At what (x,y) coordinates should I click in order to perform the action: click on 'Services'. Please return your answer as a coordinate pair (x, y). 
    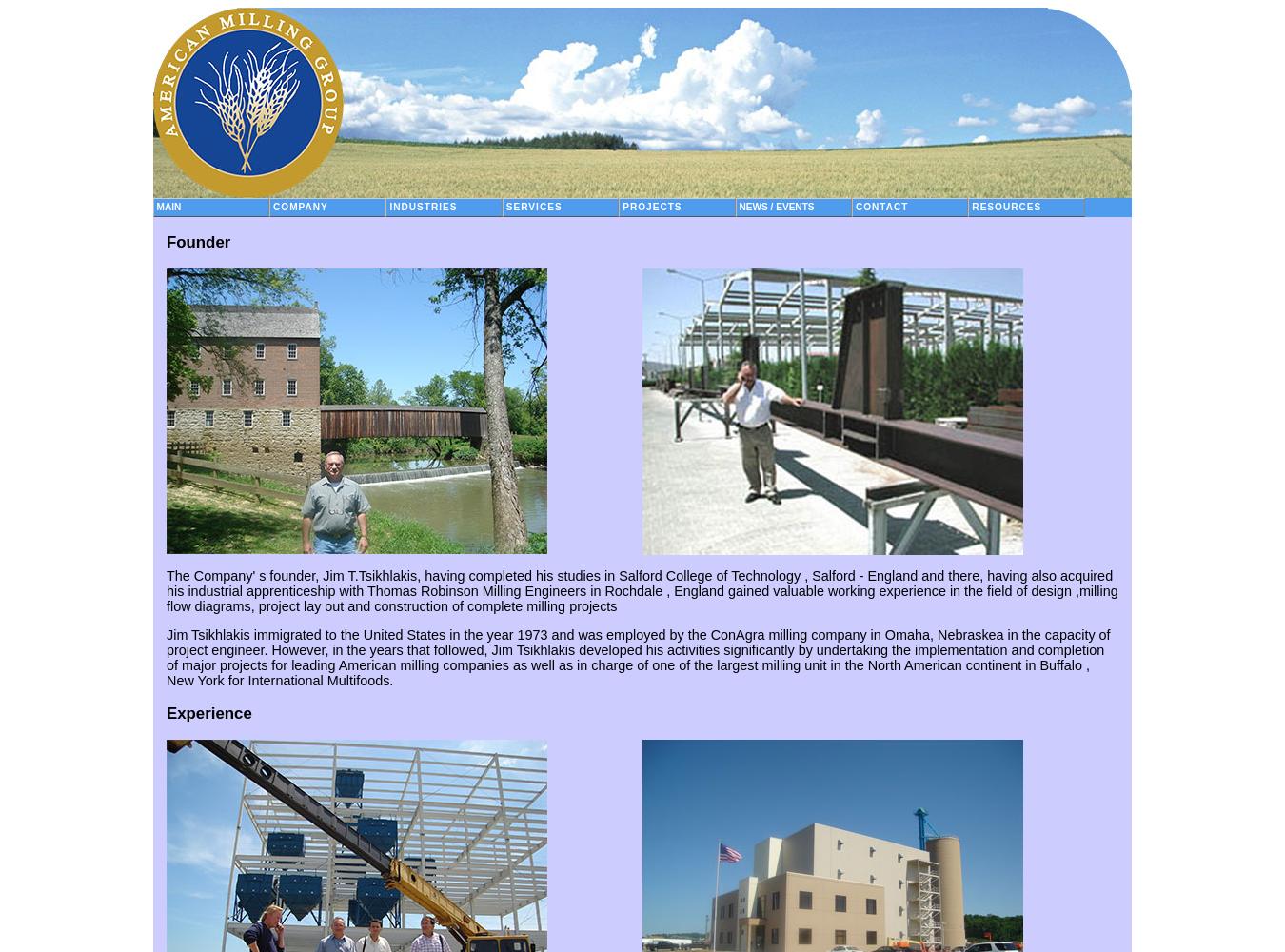
    Looking at the image, I should click on (532, 206).